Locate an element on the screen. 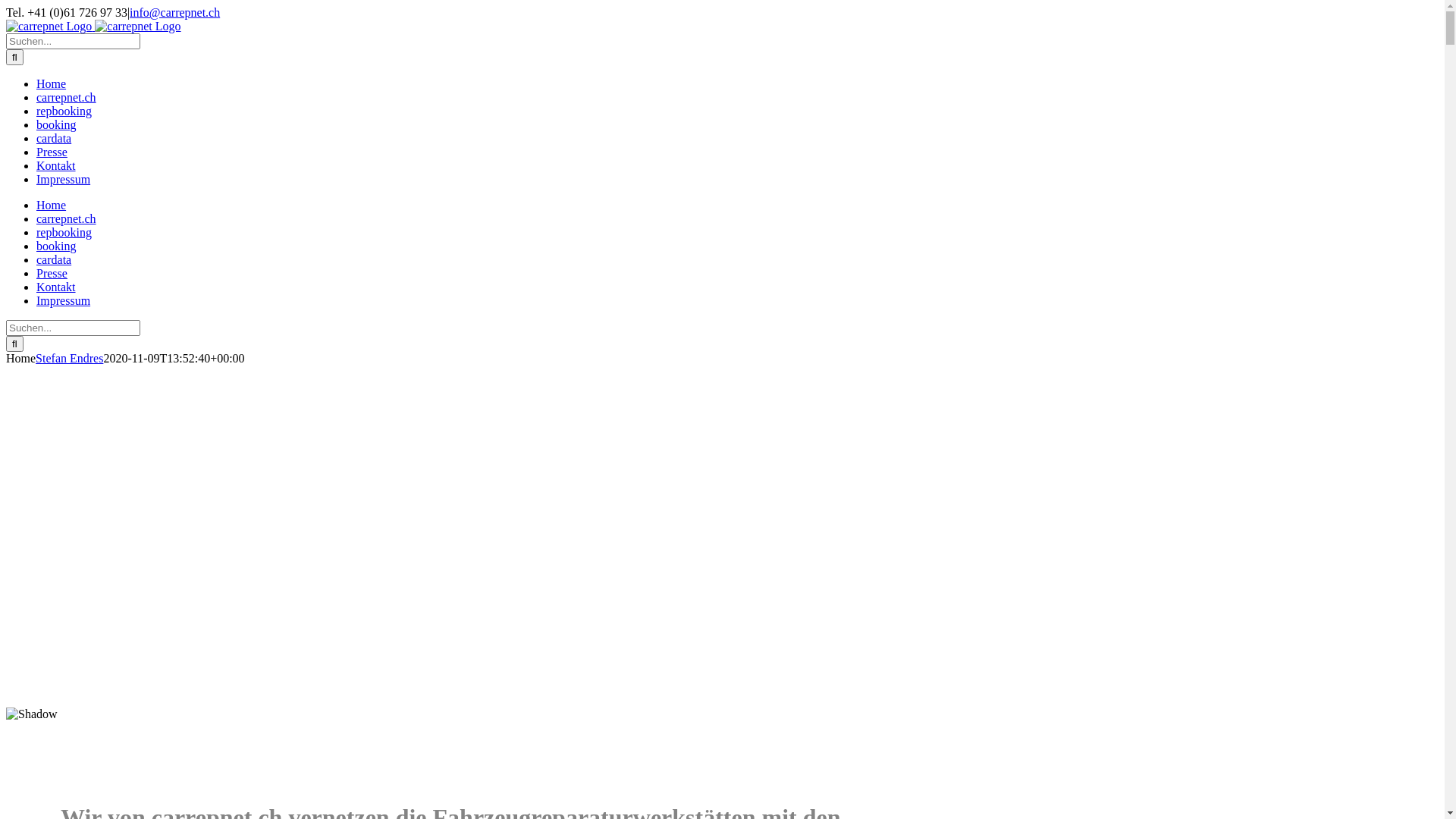  'Zum Inhalt springen' is located at coordinates (5, 5).